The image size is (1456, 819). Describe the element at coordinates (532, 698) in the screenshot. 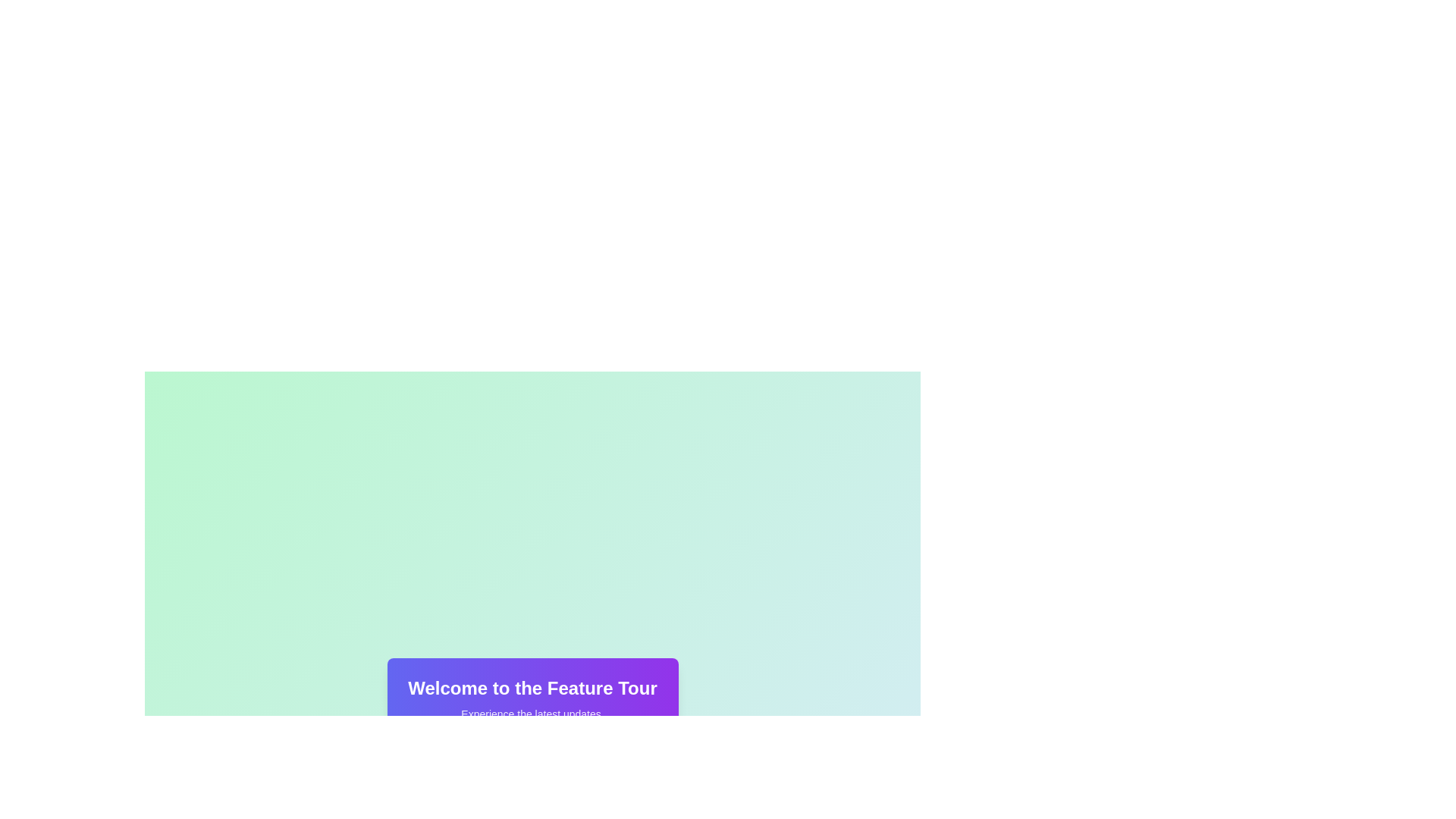

I see `the text block with a gradient background that reads 'Welcome to the Feature Tour' for accessibility` at that location.